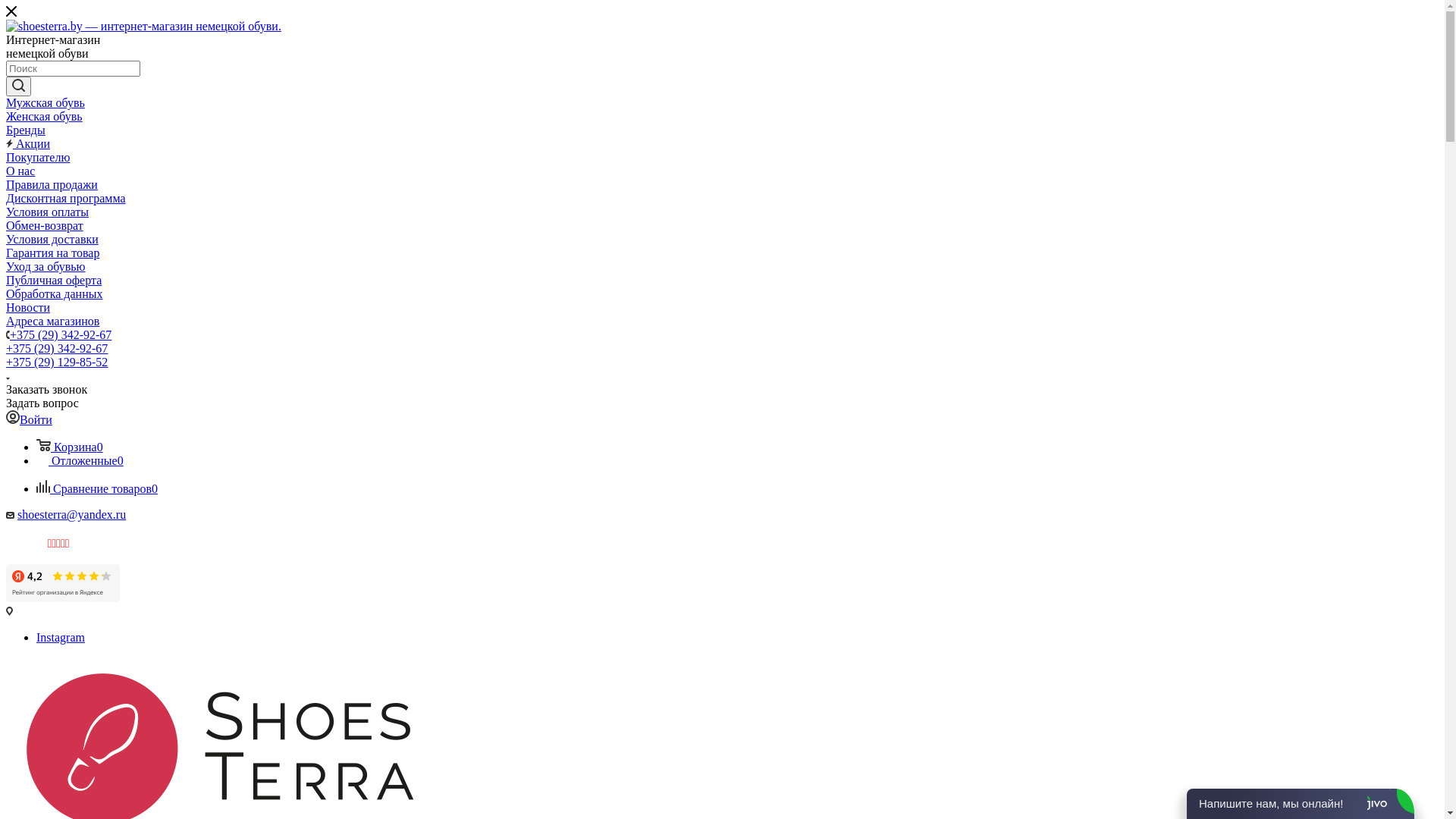  What do you see at coordinates (6, 362) in the screenshot?
I see `'+375 (29) 129-85-52'` at bounding box center [6, 362].